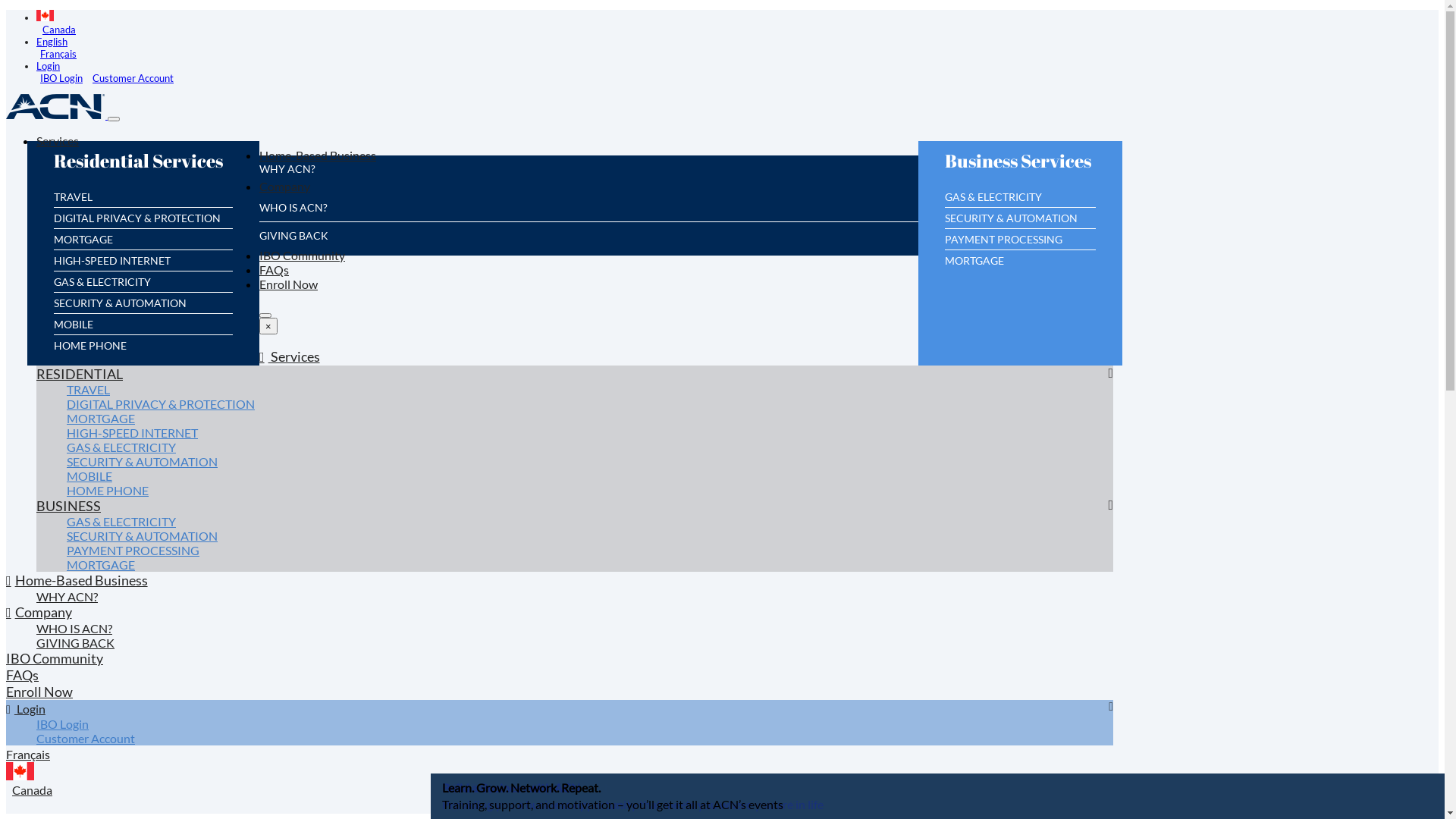  What do you see at coordinates (55, 663) in the screenshot?
I see `'IBO Community'` at bounding box center [55, 663].